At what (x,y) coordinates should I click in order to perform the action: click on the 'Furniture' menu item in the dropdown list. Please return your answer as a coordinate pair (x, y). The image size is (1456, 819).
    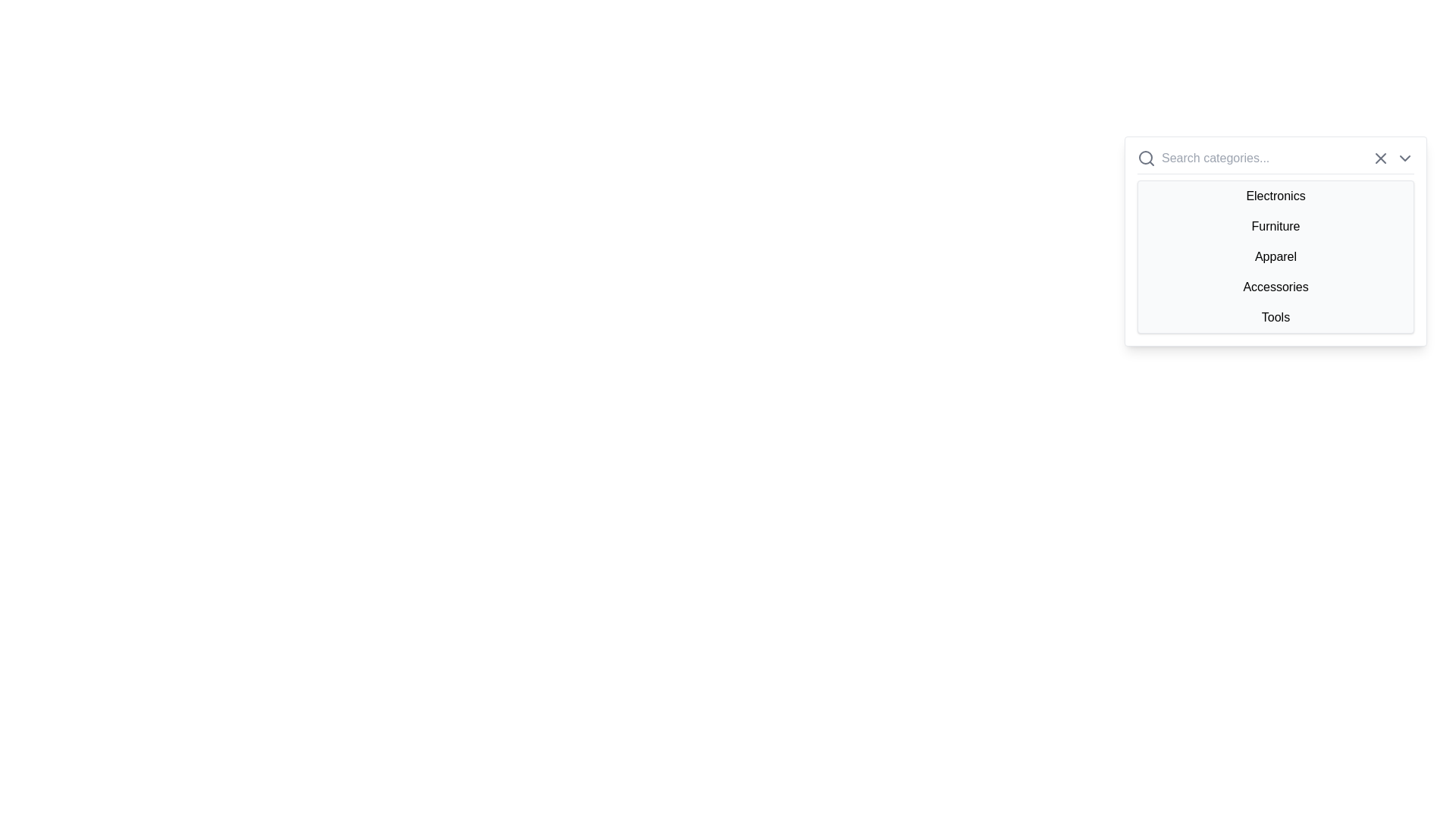
    Looking at the image, I should click on (1275, 227).